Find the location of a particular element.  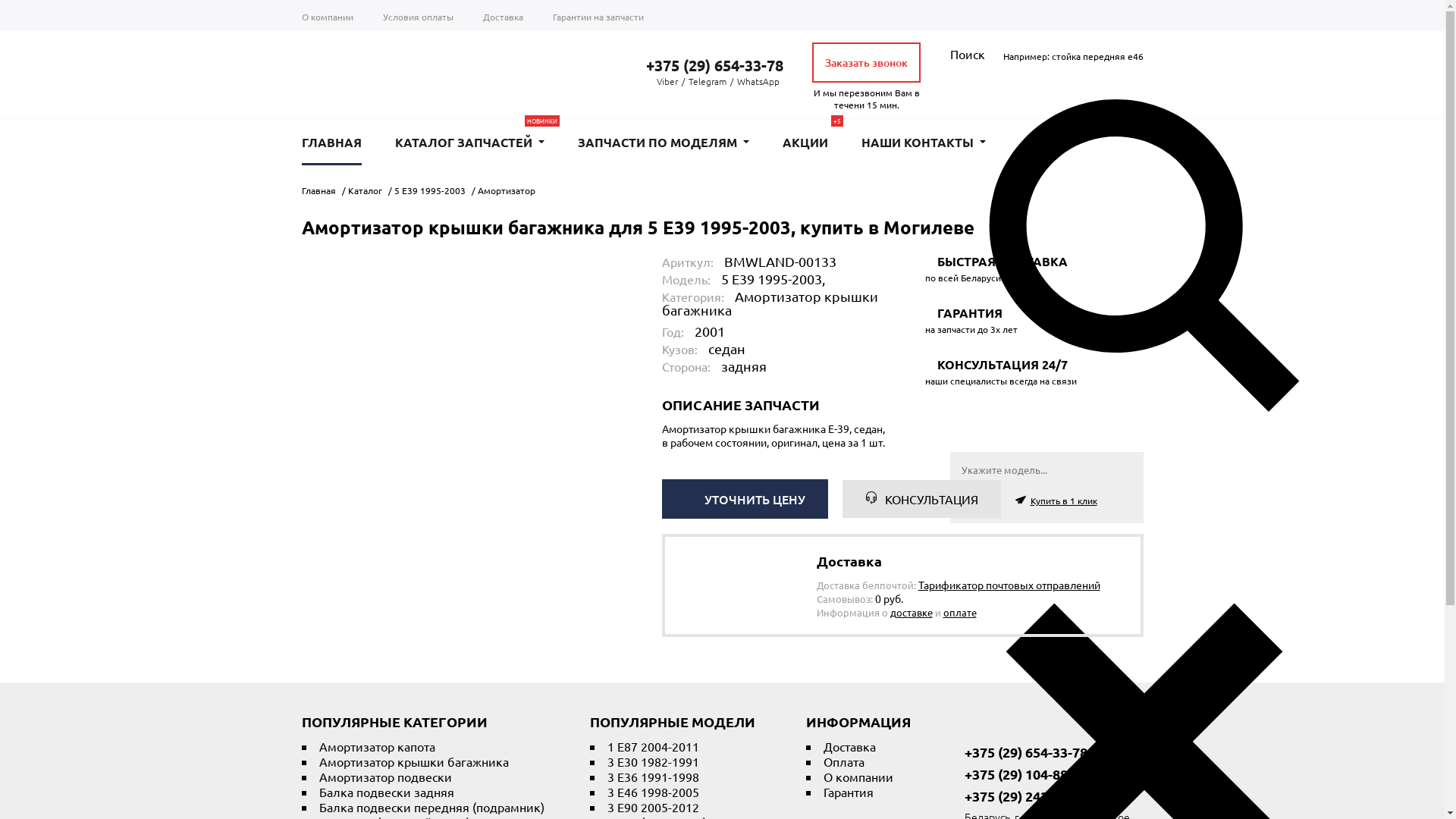

'Viber' is located at coordinates (667, 81).